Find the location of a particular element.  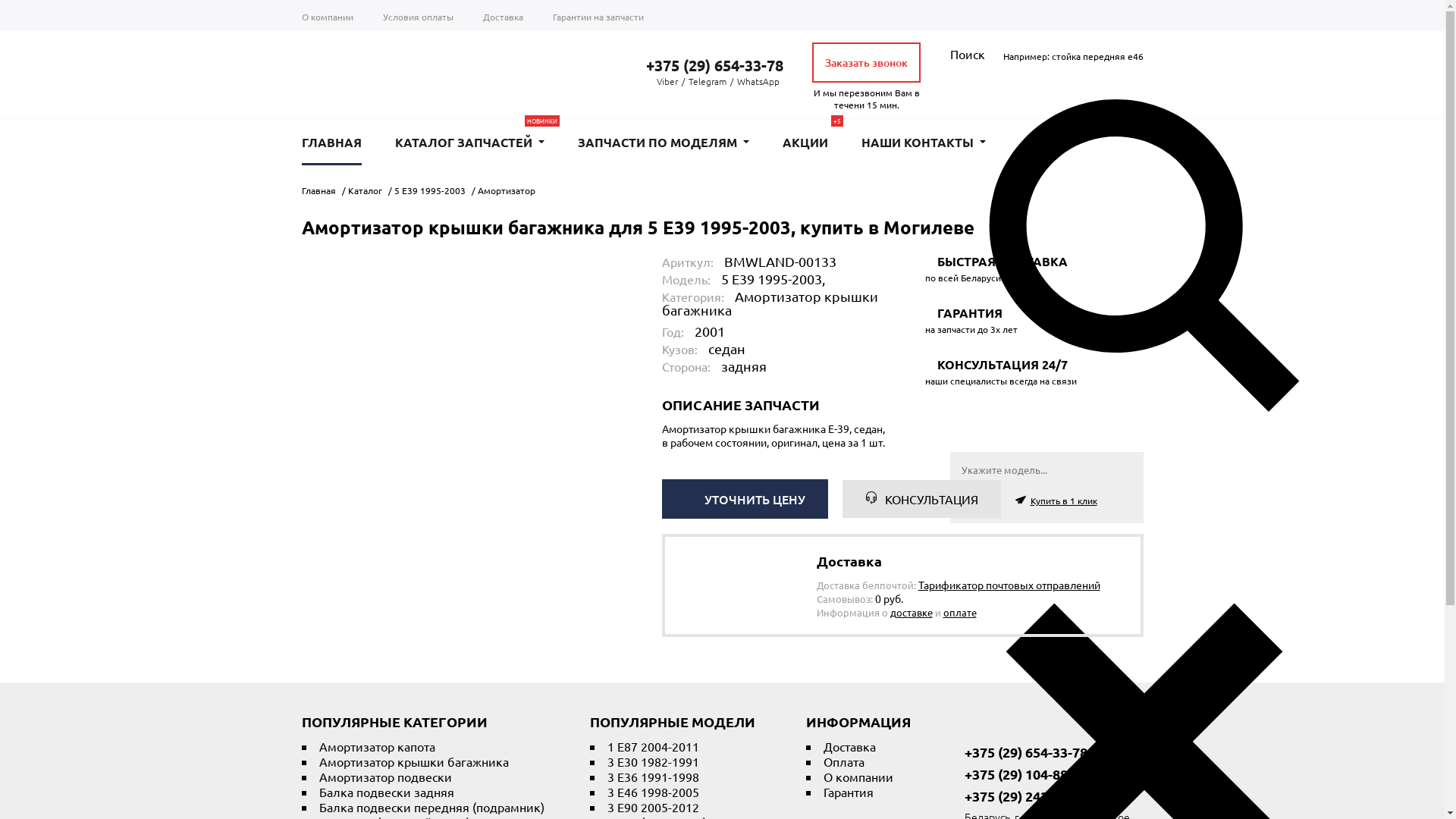

'Viber' is located at coordinates (667, 81).